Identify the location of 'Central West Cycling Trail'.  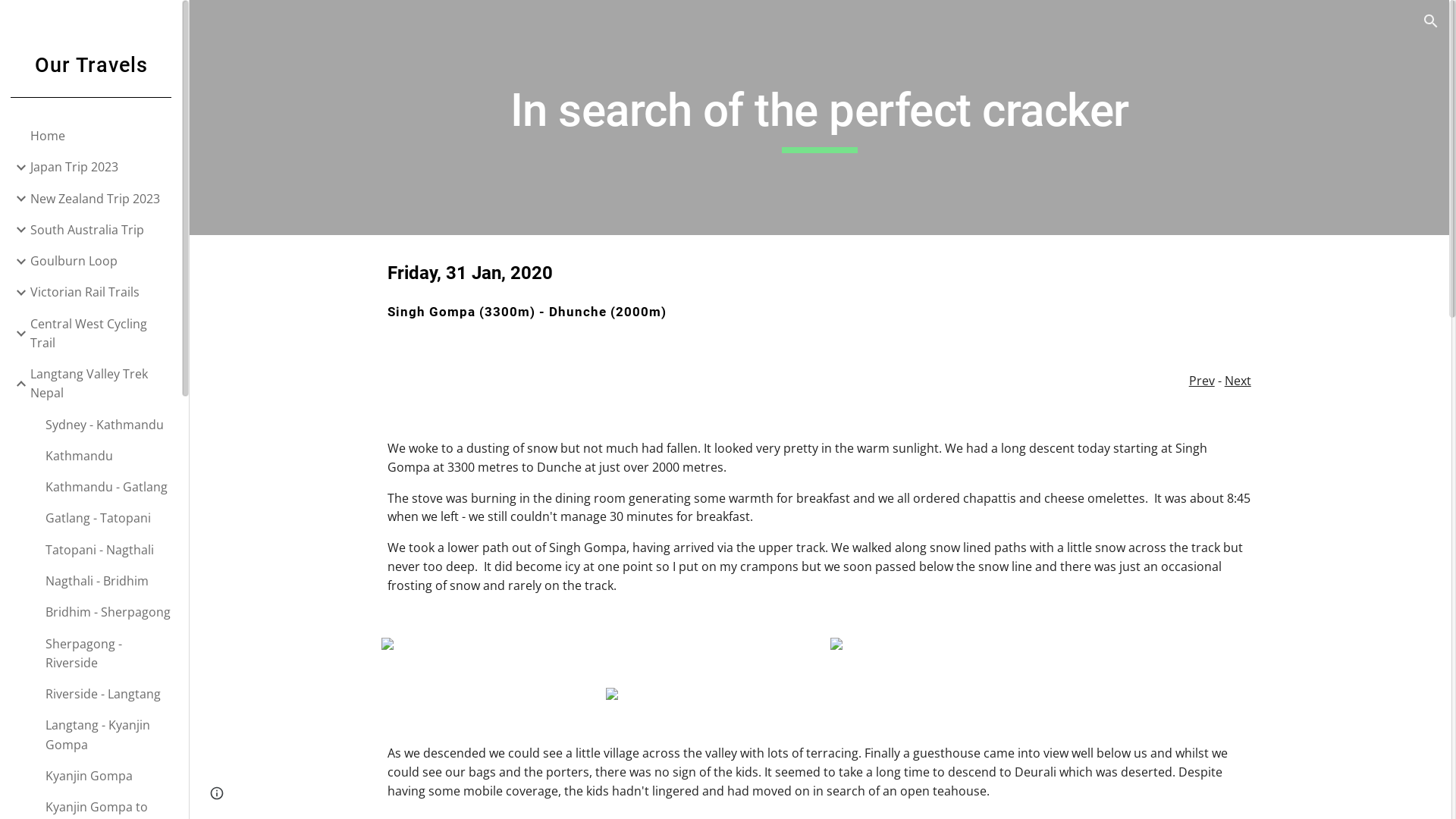
(99, 333).